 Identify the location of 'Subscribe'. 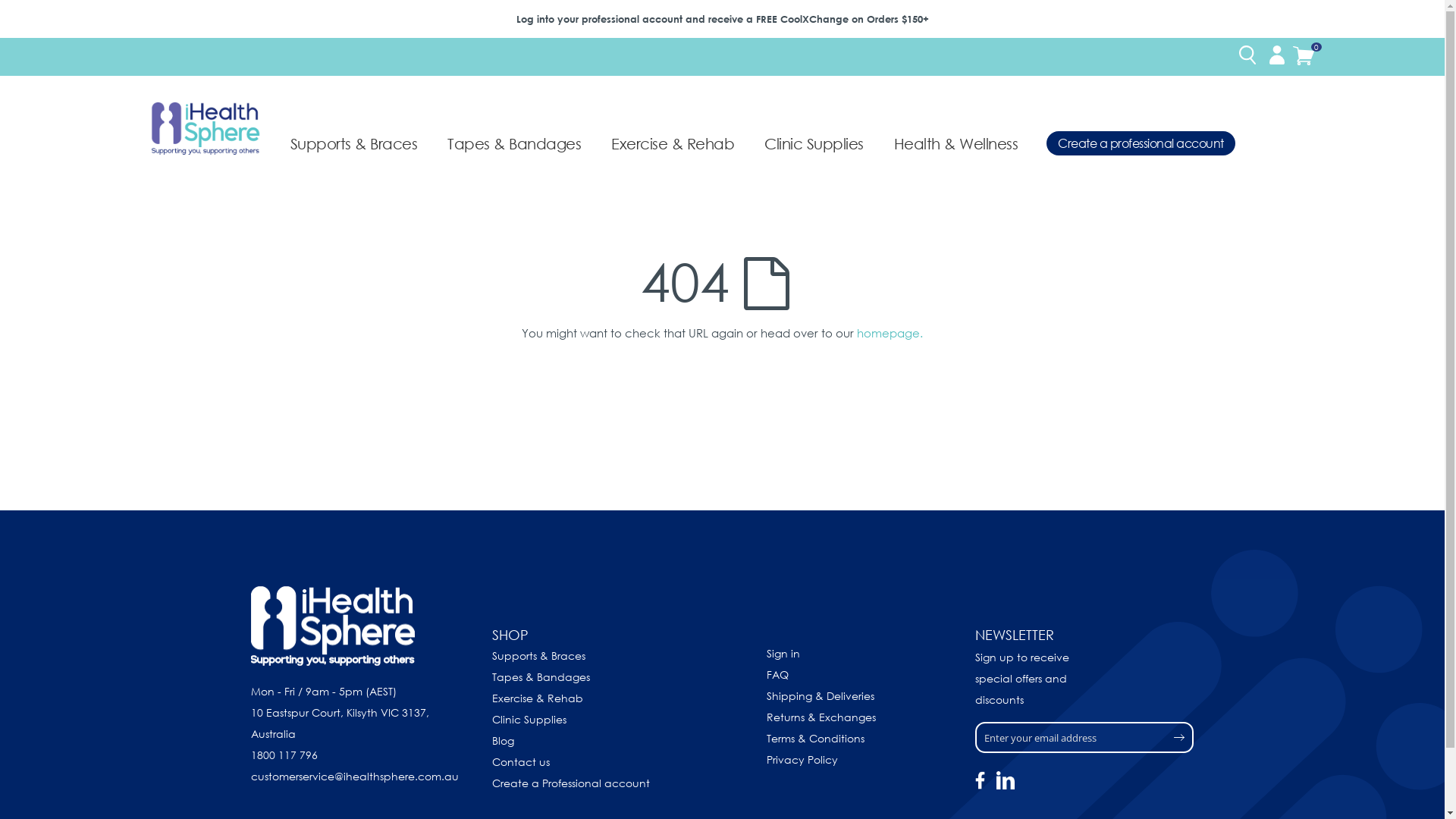
(1116, 736).